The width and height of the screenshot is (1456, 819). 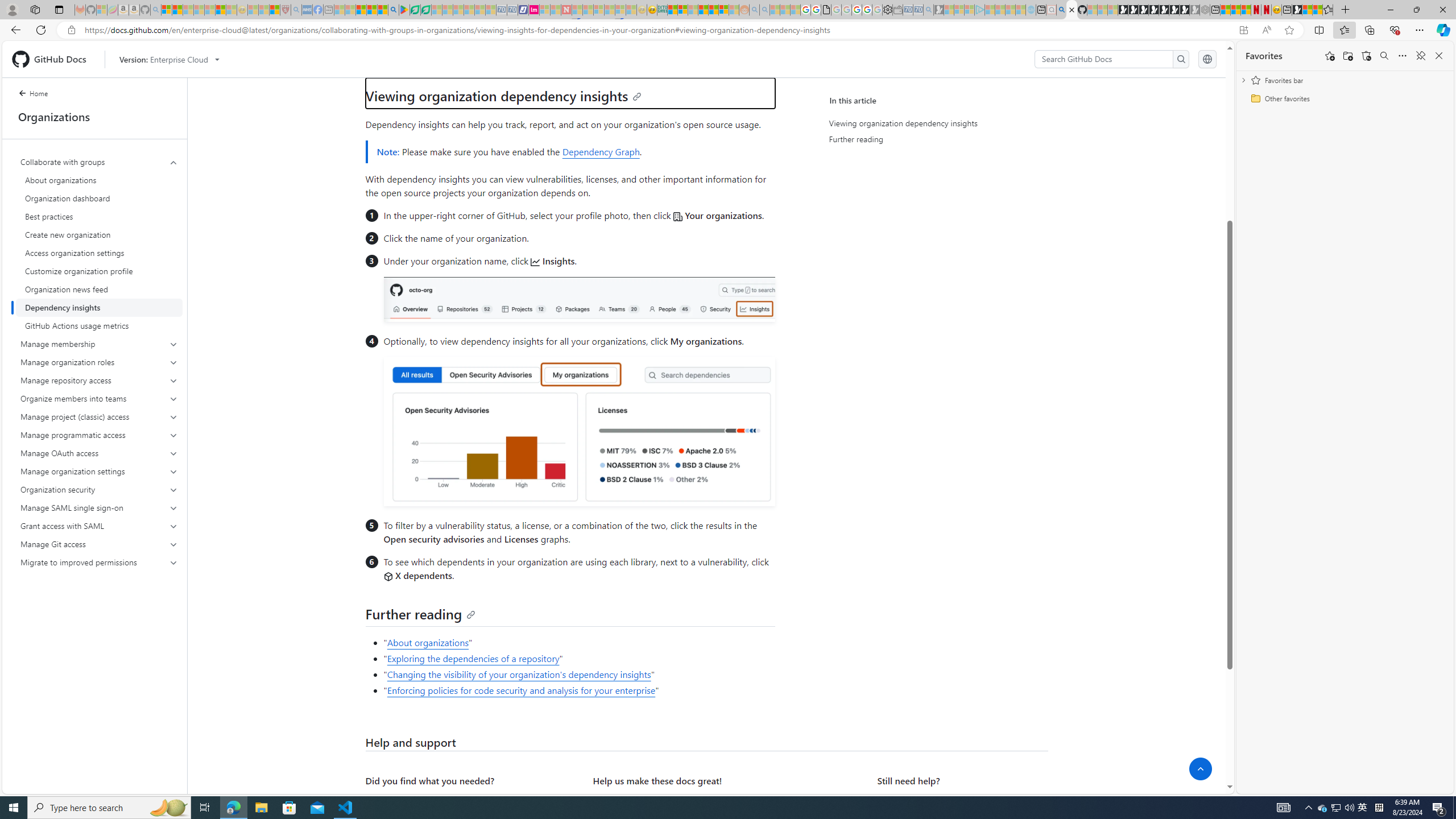 What do you see at coordinates (1329, 55) in the screenshot?
I see `'Add this page to favorites'` at bounding box center [1329, 55].